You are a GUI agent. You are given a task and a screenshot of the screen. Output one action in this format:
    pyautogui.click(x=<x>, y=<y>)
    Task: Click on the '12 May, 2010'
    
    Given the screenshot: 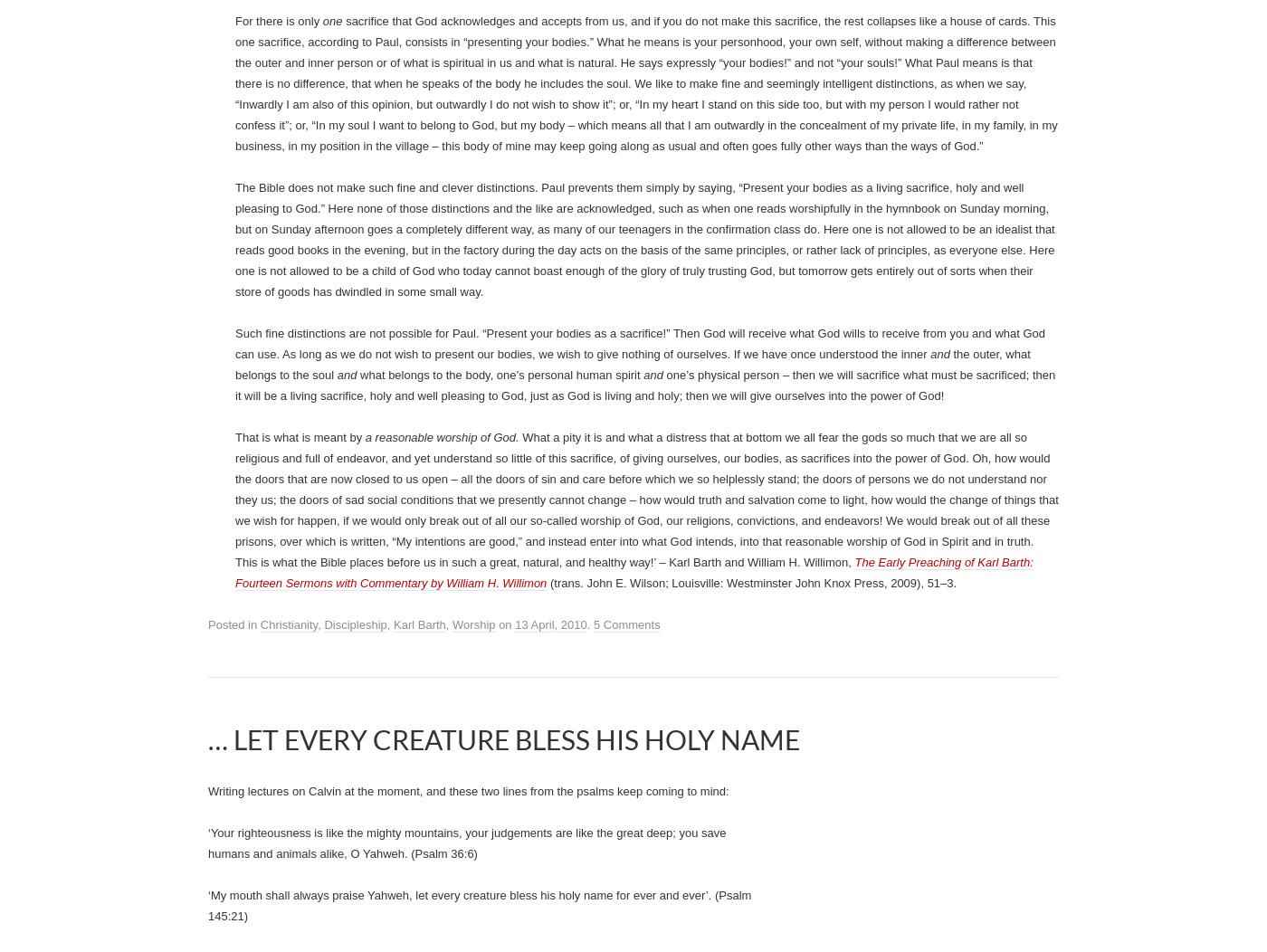 What is the action you would take?
    pyautogui.click(x=466, y=49)
    